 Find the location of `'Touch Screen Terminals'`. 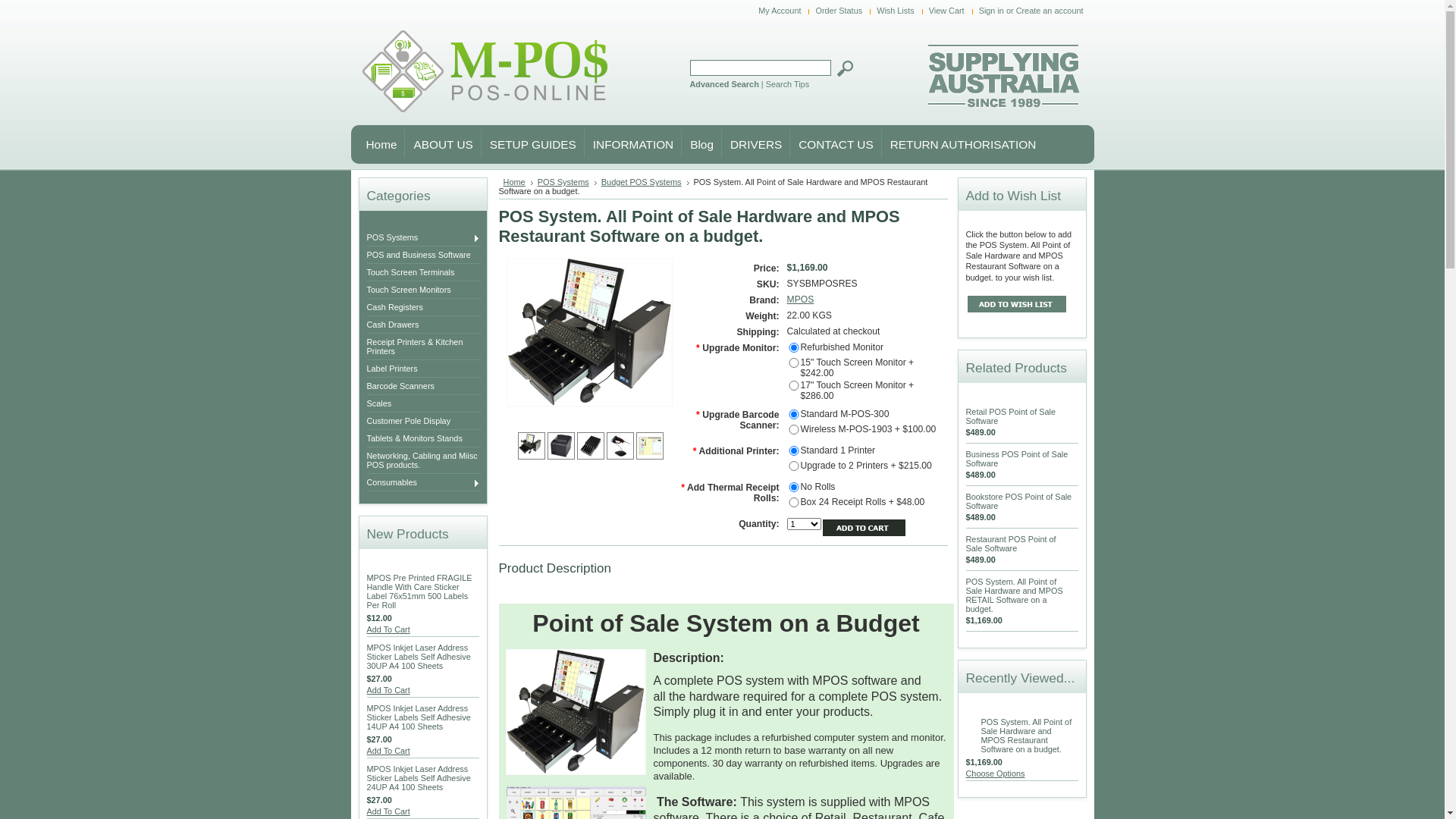

'Touch Screen Terminals' is located at coordinates (425, 271).